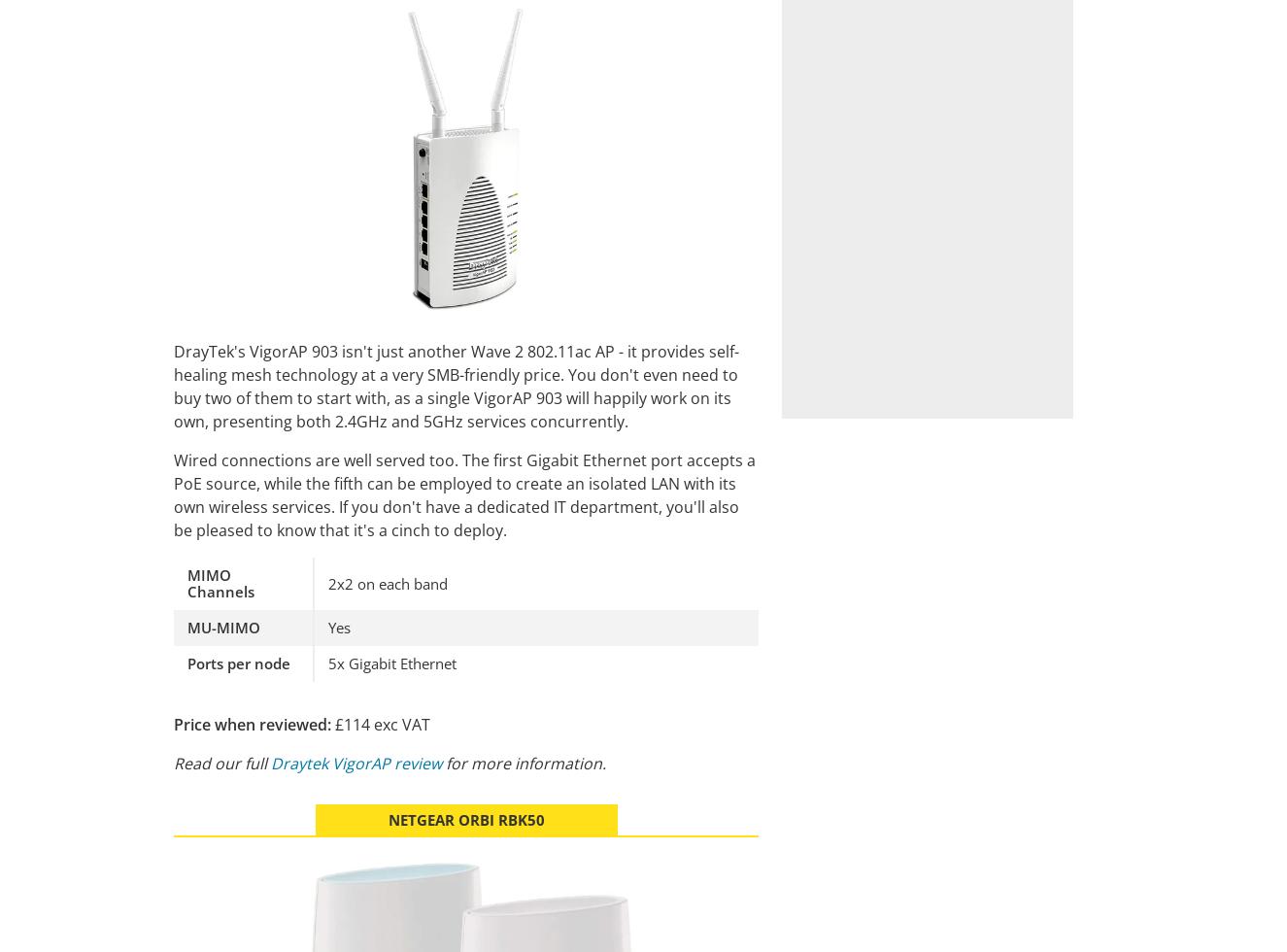 The image size is (1287, 952). What do you see at coordinates (380, 723) in the screenshot?
I see `'£114 exc VAT'` at bounding box center [380, 723].